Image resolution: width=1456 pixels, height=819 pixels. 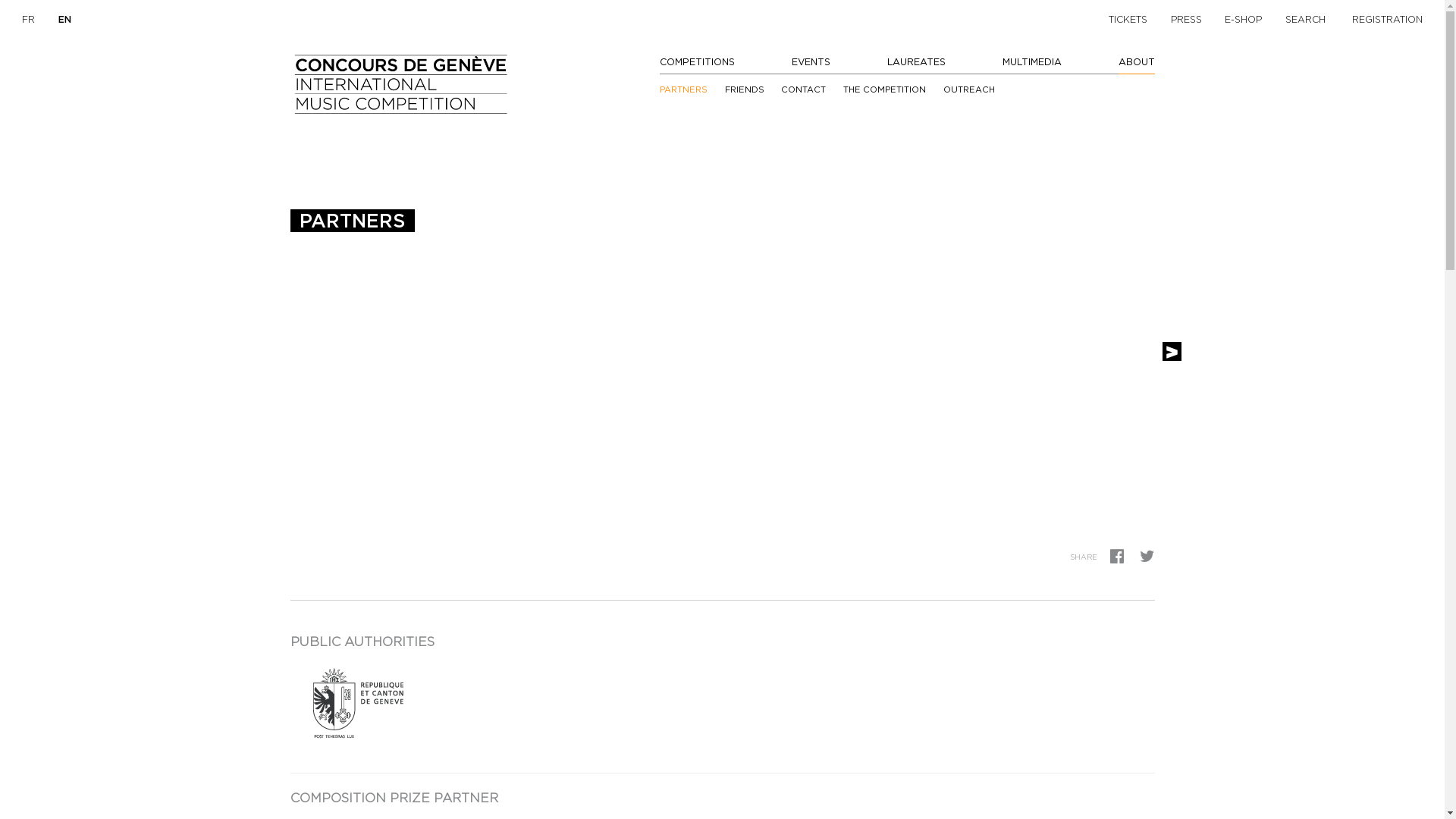 I want to click on 'E-SHOP', so click(x=1224, y=19).